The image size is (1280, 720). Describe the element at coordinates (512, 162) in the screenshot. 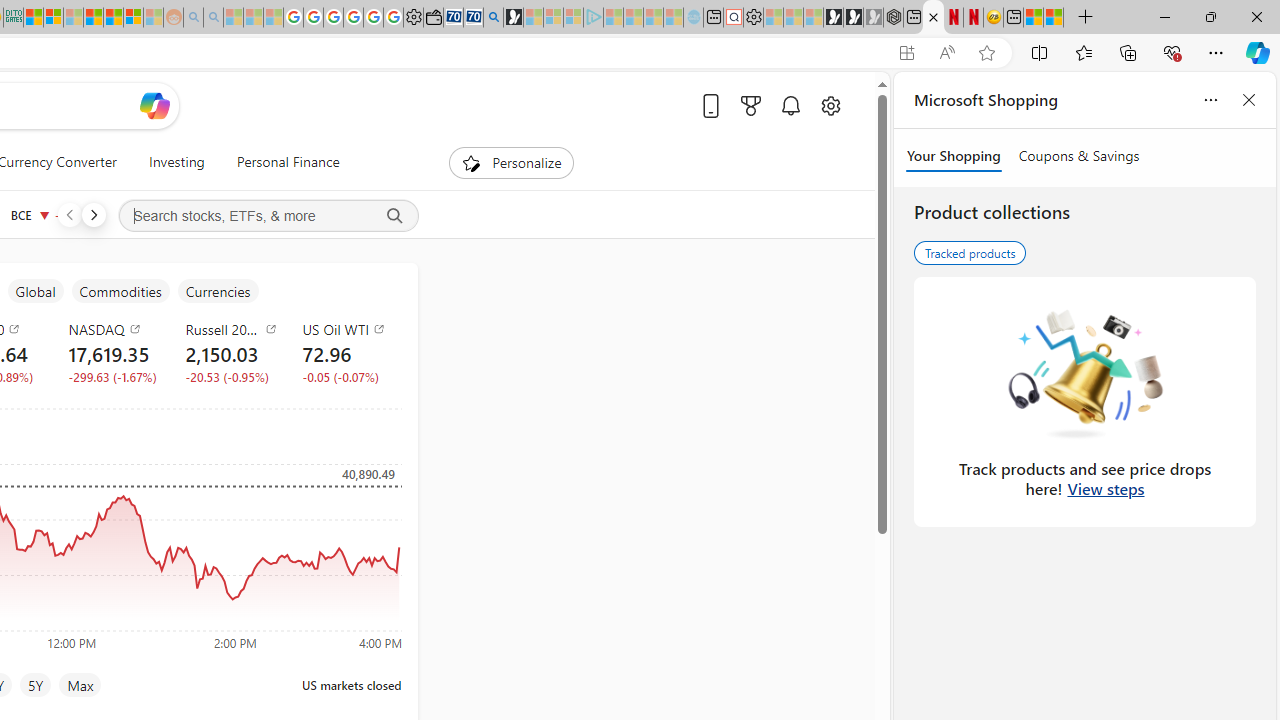

I see `'Personalize'` at that location.